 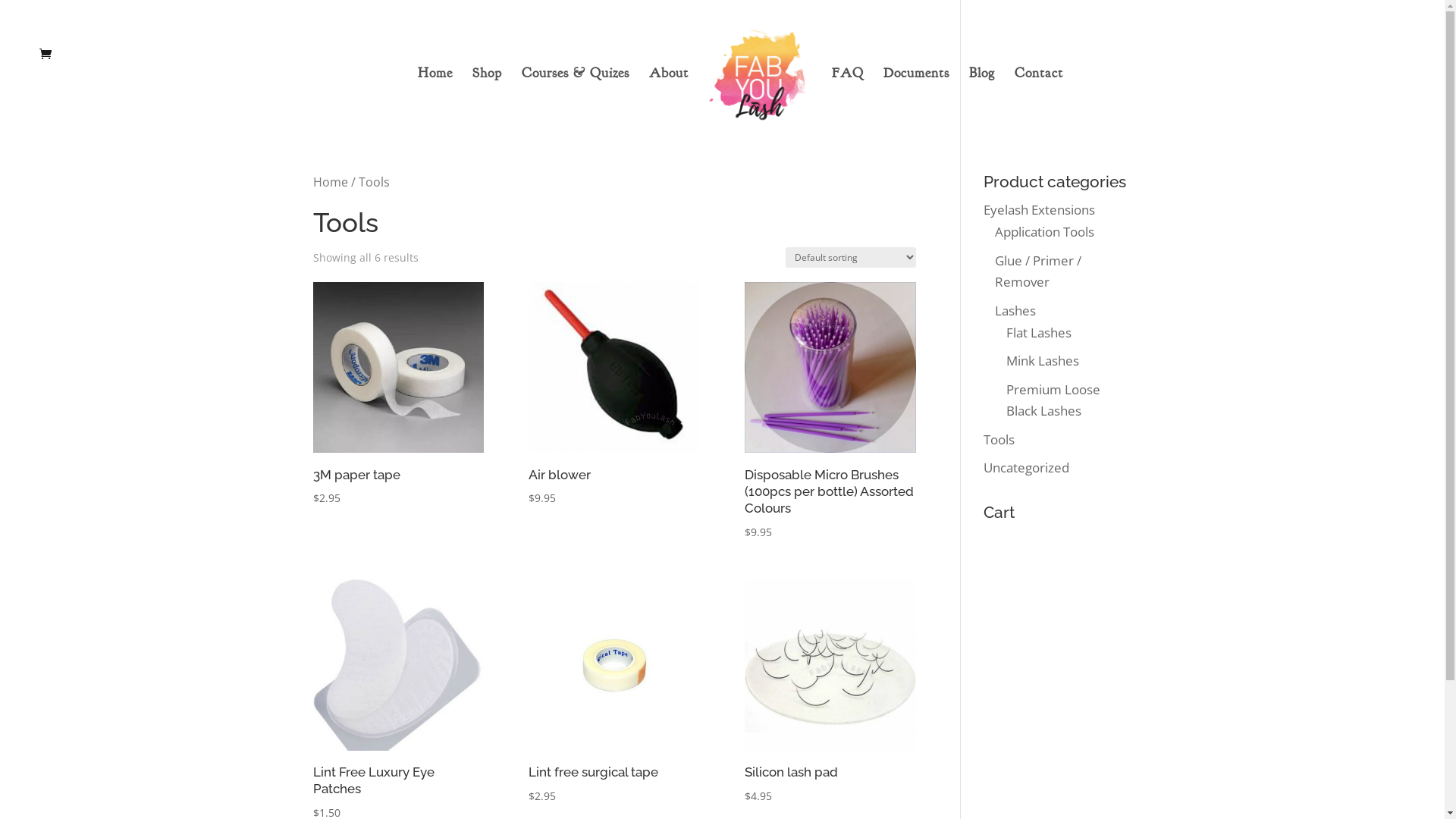 I want to click on 'Air blower, so click(x=613, y=394).